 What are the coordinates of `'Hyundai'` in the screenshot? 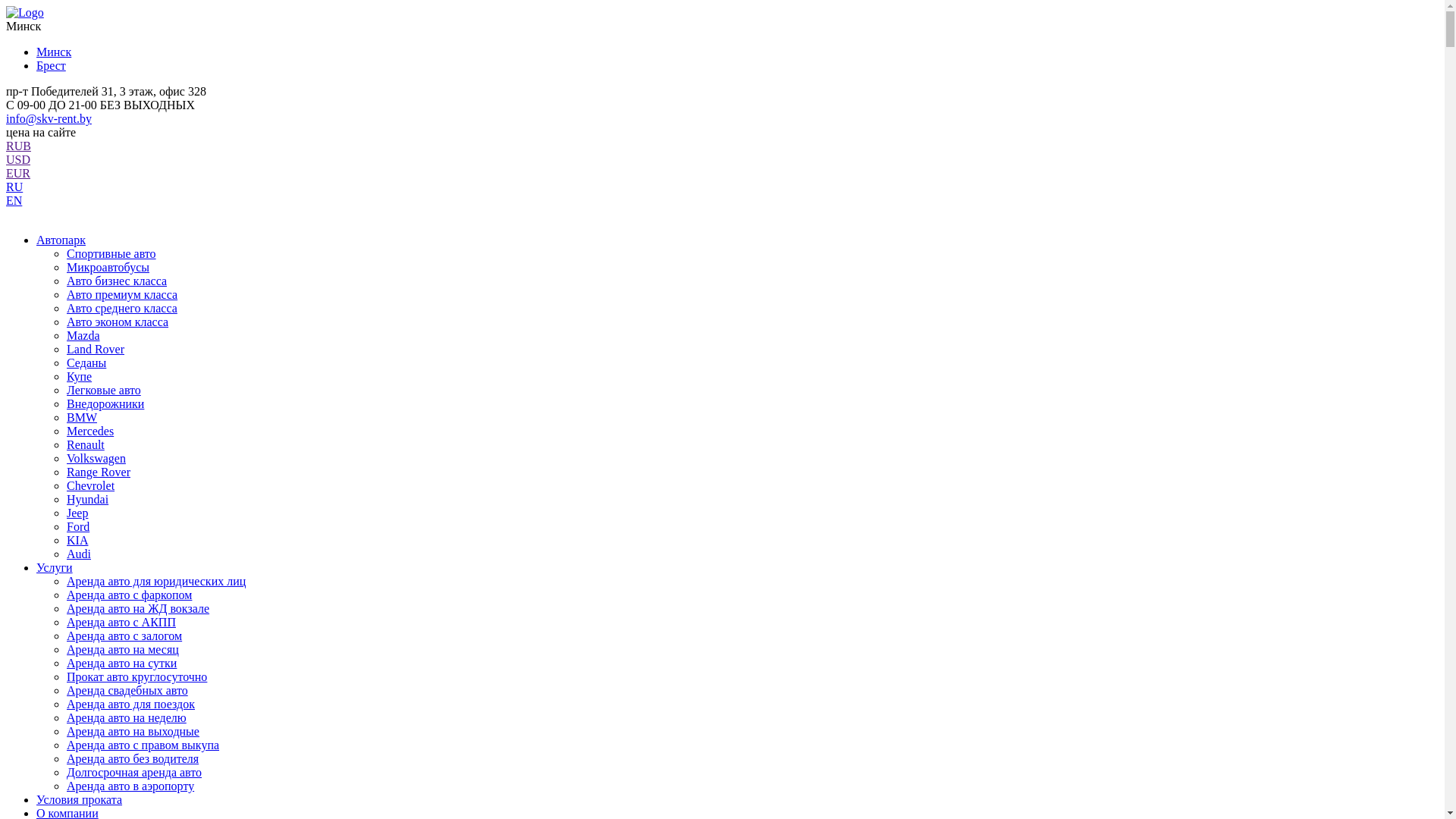 It's located at (86, 499).